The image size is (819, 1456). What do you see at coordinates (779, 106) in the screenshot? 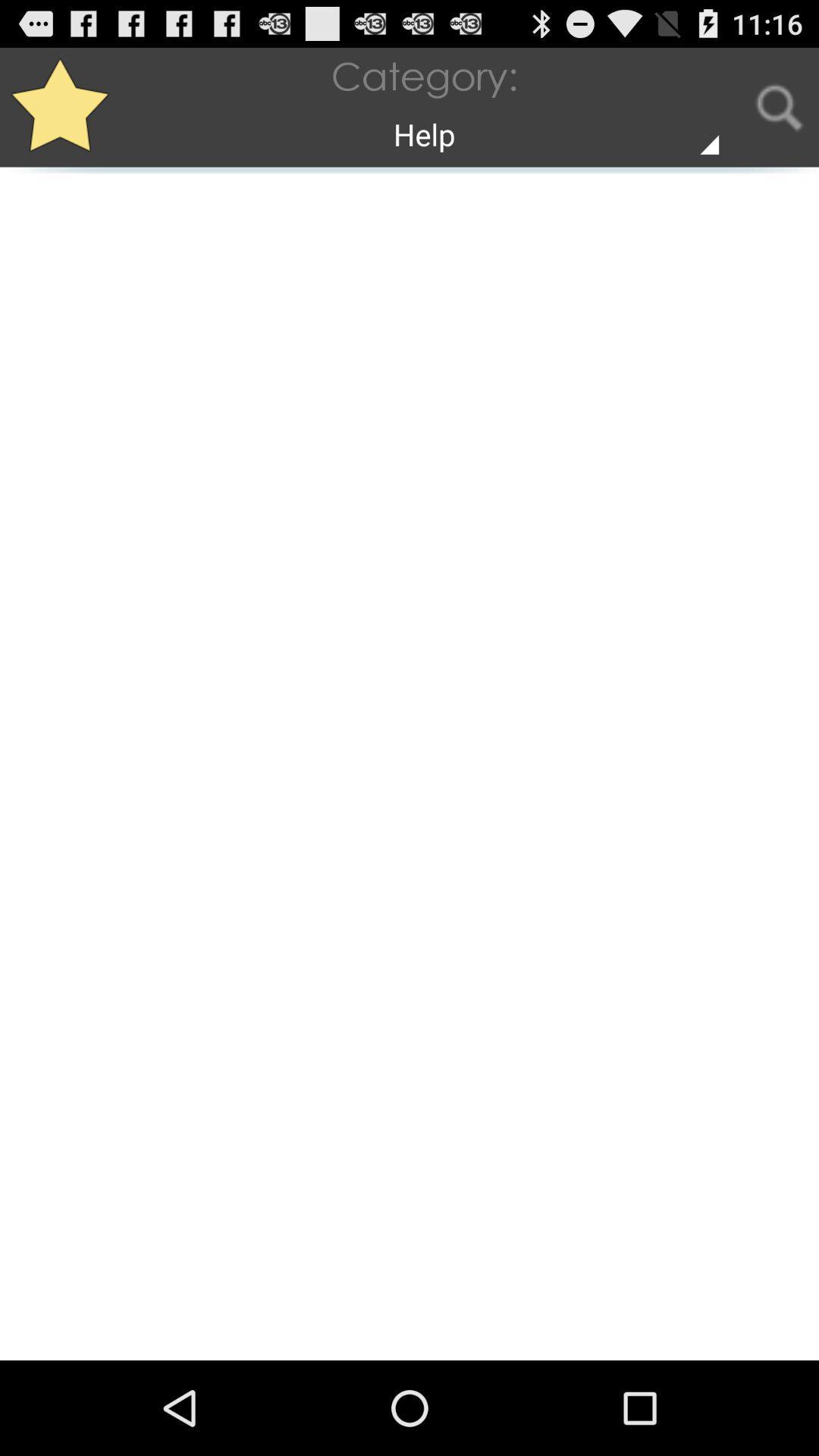
I see `start search` at bounding box center [779, 106].